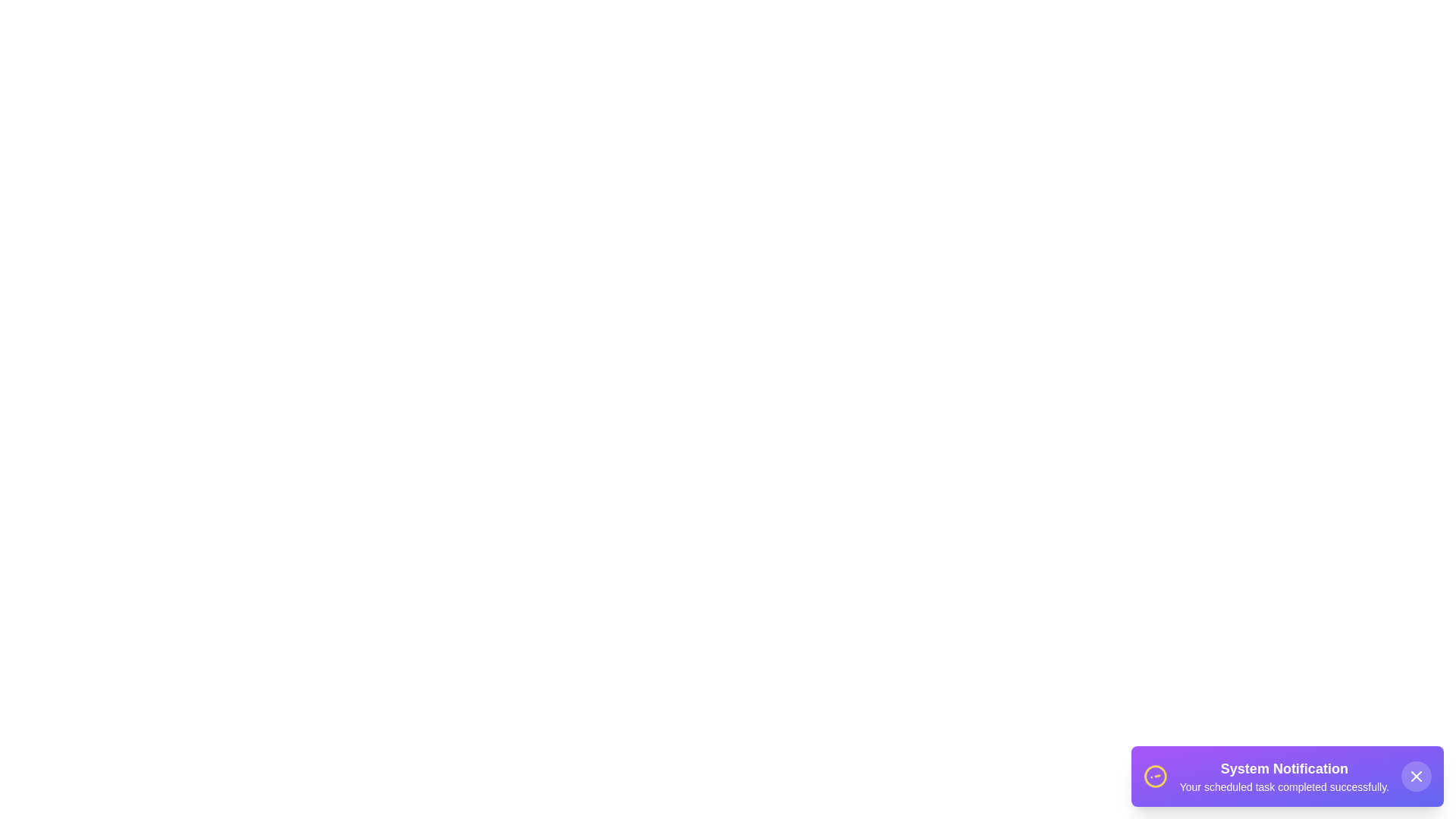 The height and width of the screenshot is (819, 1456). Describe the element at coordinates (1415, 776) in the screenshot. I see `close button on the snackbar to dismiss it` at that location.